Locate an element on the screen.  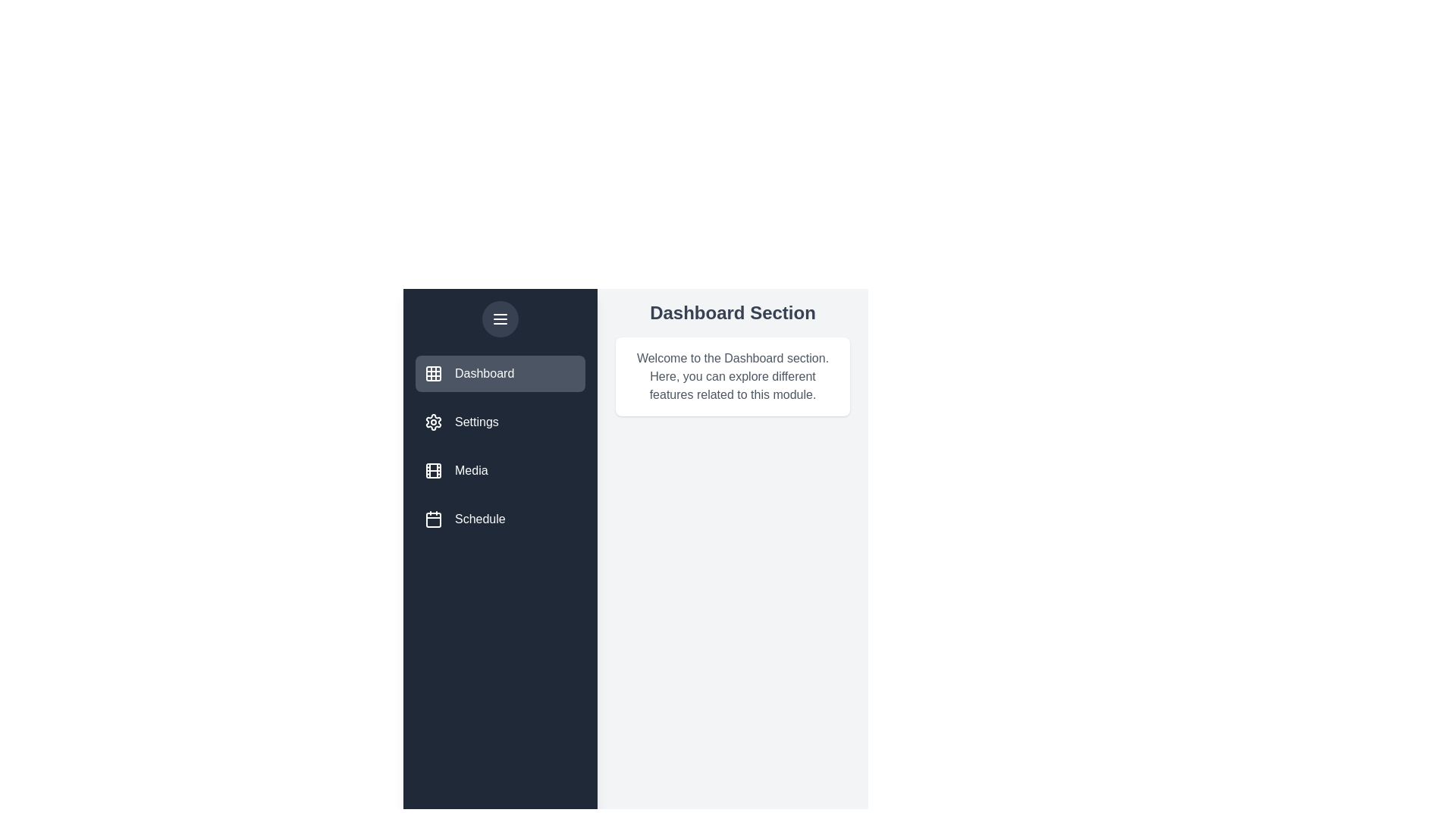
the menu item corresponding to the section Media to select it is located at coordinates (500, 470).